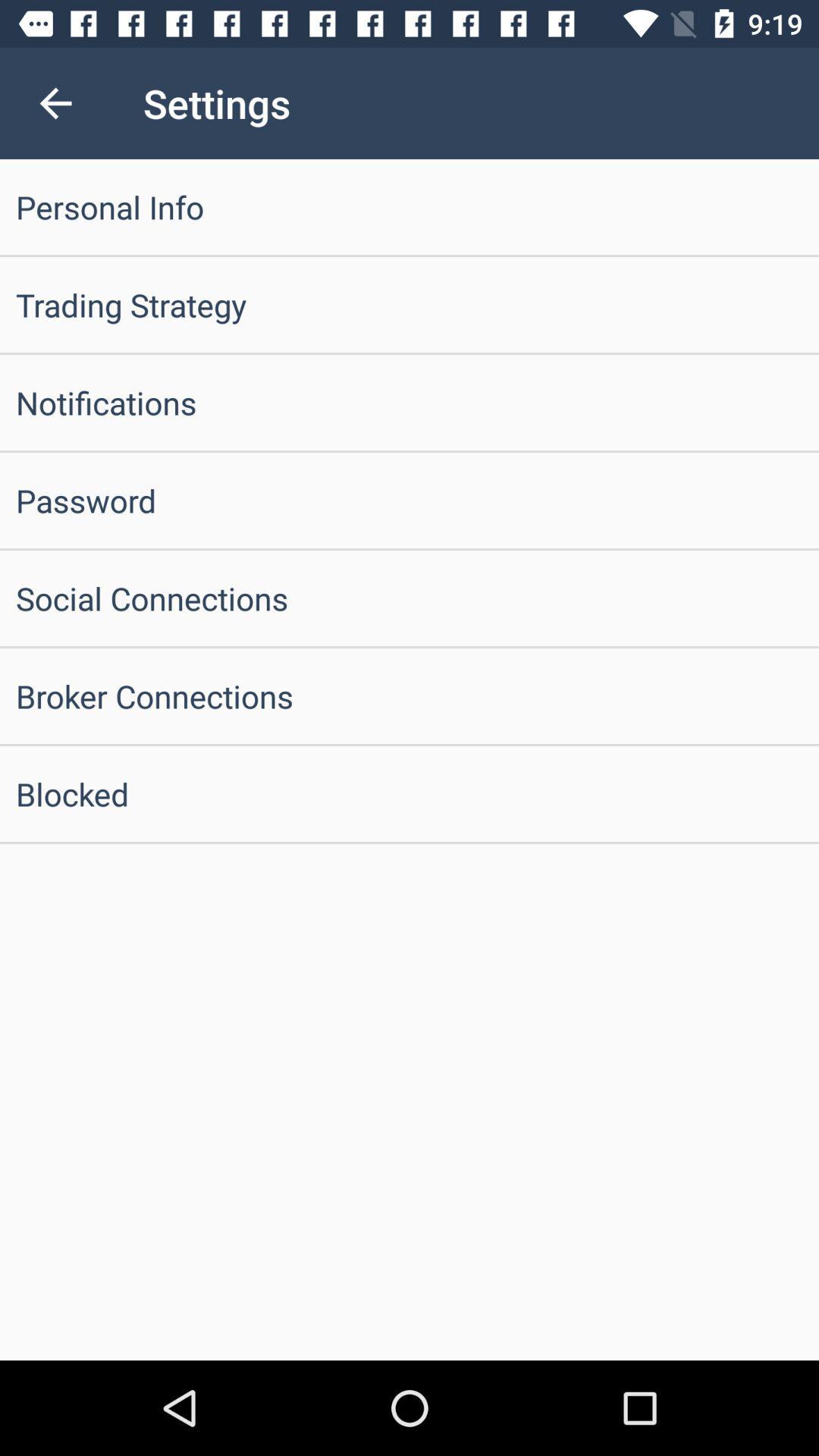 The width and height of the screenshot is (819, 1456). What do you see at coordinates (409, 206) in the screenshot?
I see `personal info item` at bounding box center [409, 206].